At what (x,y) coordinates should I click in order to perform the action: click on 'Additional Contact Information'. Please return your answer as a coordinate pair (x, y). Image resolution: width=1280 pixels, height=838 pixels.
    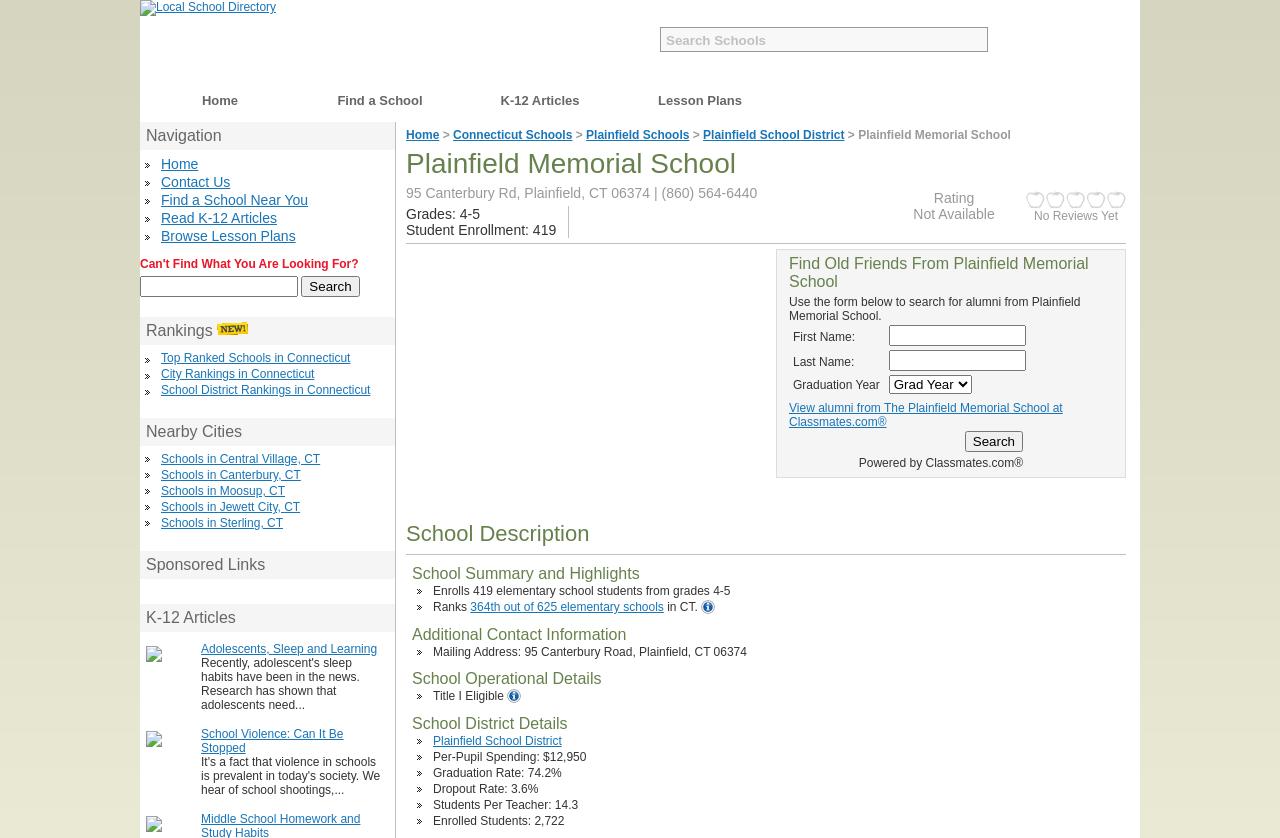
    Looking at the image, I should click on (411, 633).